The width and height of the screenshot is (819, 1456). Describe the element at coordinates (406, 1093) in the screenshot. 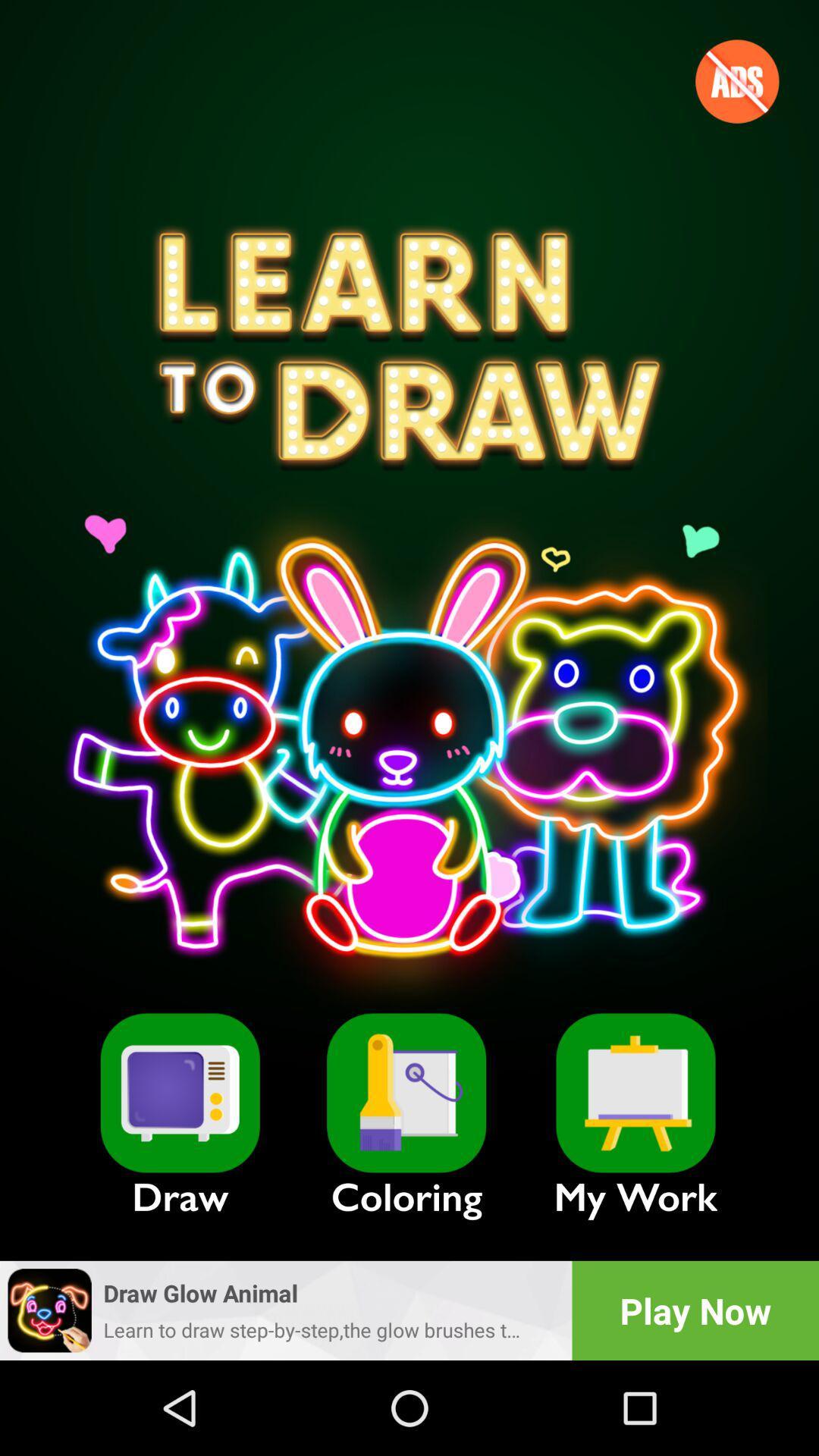

I see `icon above the coloring item` at that location.